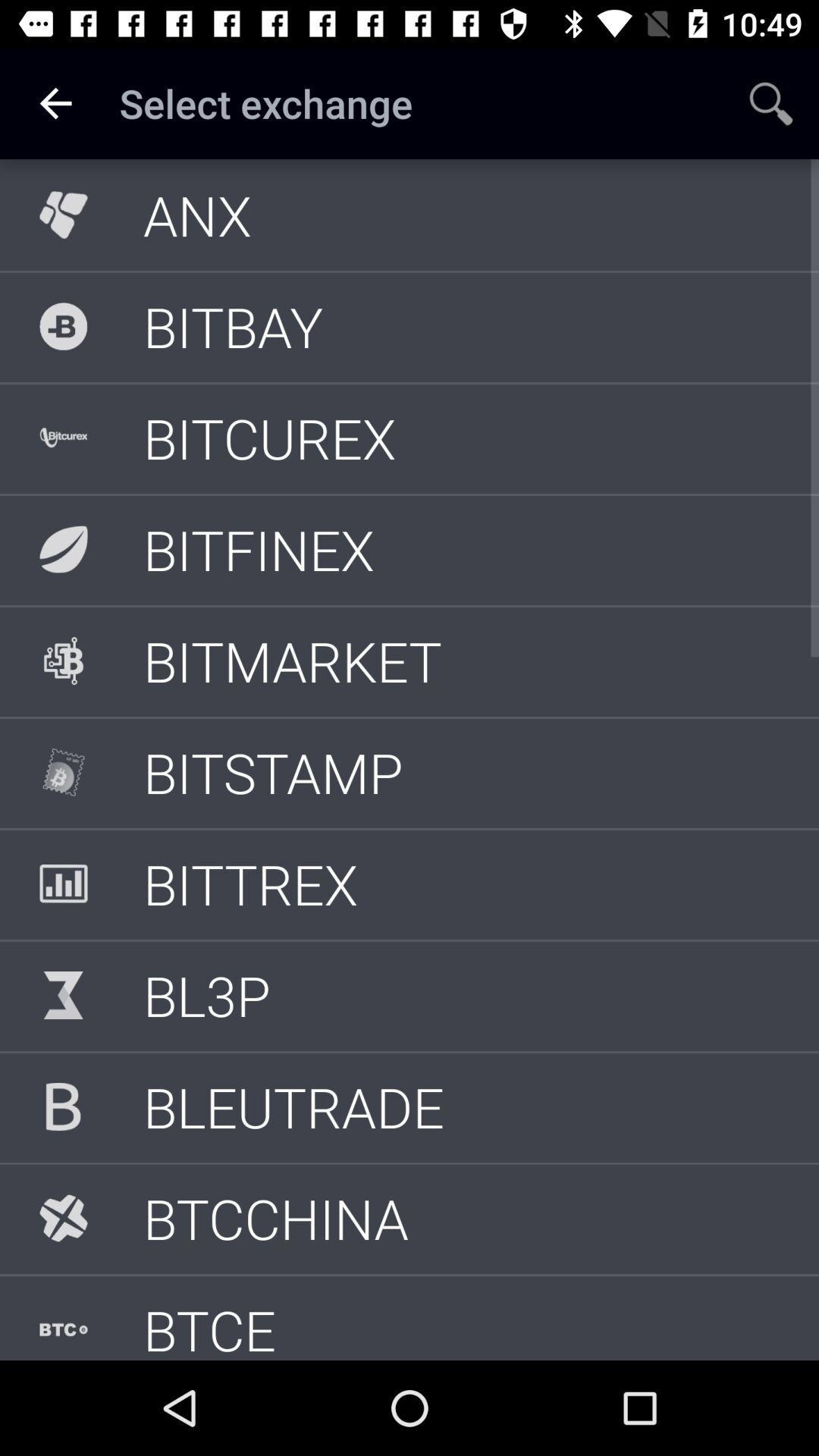  Describe the element at coordinates (771, 102) in the screenshot. I see `the icon at the top right corner` at that location.